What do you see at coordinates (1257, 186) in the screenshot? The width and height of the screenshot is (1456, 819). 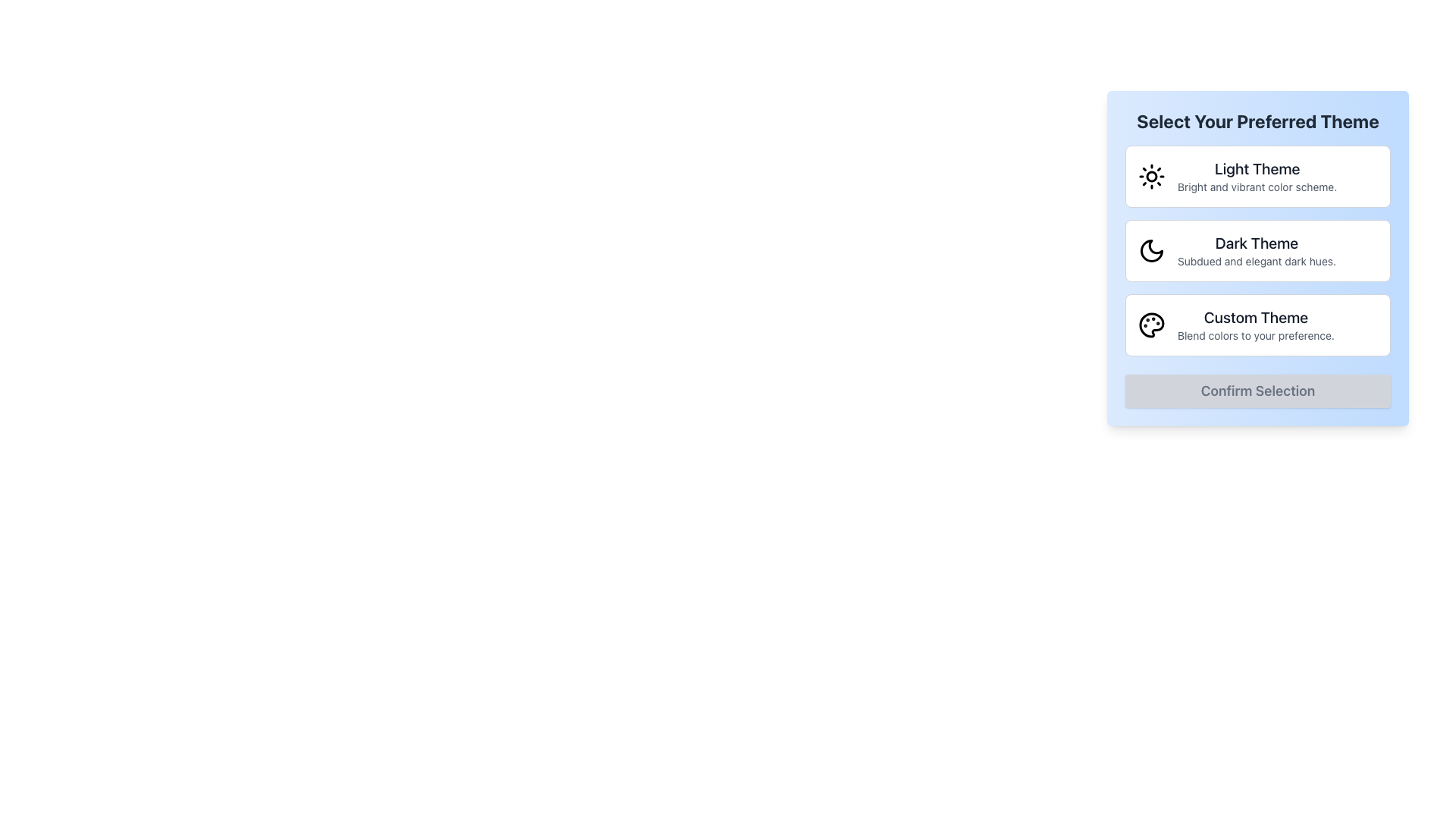 I see `the text label displaying 'Bright and vibrant color scheme.' located beneath the title 'Light Theme' in the first theme option` at bounding box center [1257, 186].